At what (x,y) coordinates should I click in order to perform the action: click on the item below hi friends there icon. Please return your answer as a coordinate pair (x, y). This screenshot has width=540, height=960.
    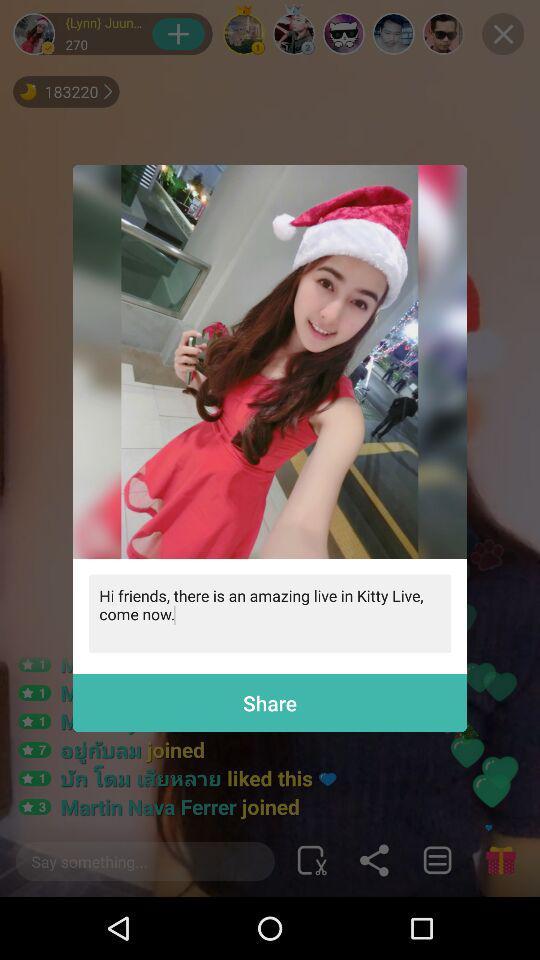
    Looking at the image, I should click on (270, 703).